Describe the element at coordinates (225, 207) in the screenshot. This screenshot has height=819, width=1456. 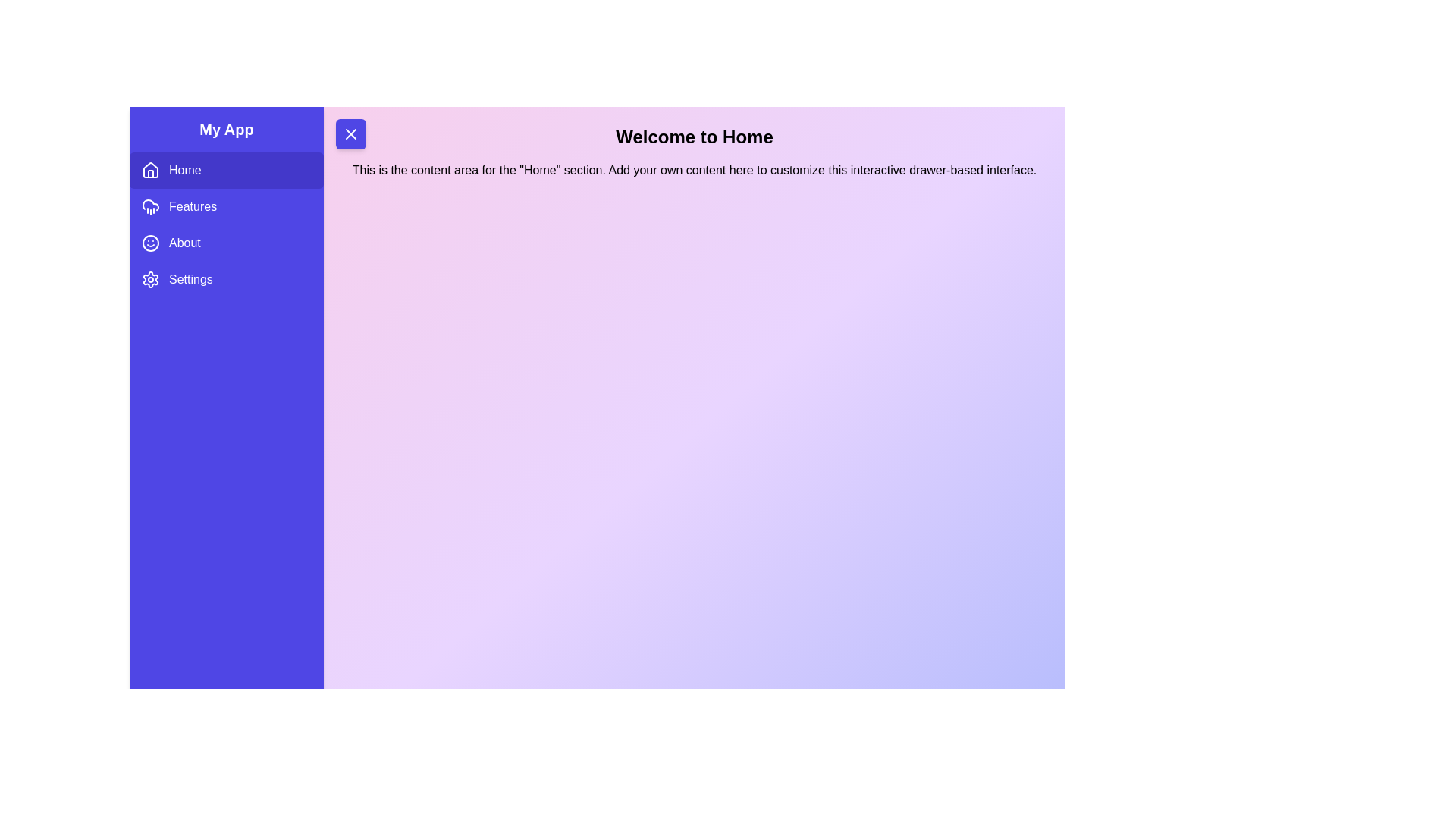
I see `the menu item Features in the sidebar` at that location.